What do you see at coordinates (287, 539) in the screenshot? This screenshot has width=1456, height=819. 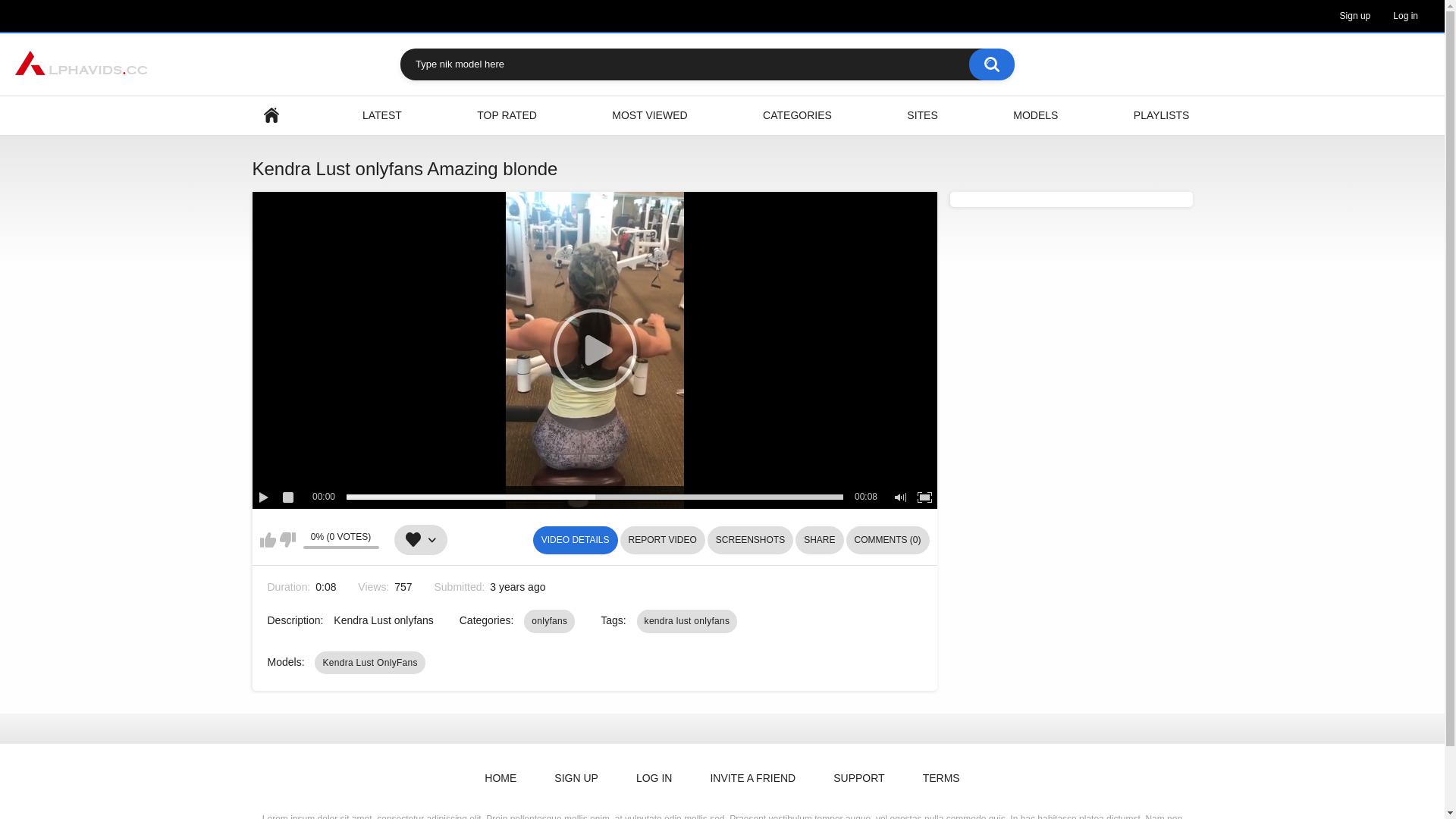 I see `'I don't like this video'` at bounding box center [287, 539].